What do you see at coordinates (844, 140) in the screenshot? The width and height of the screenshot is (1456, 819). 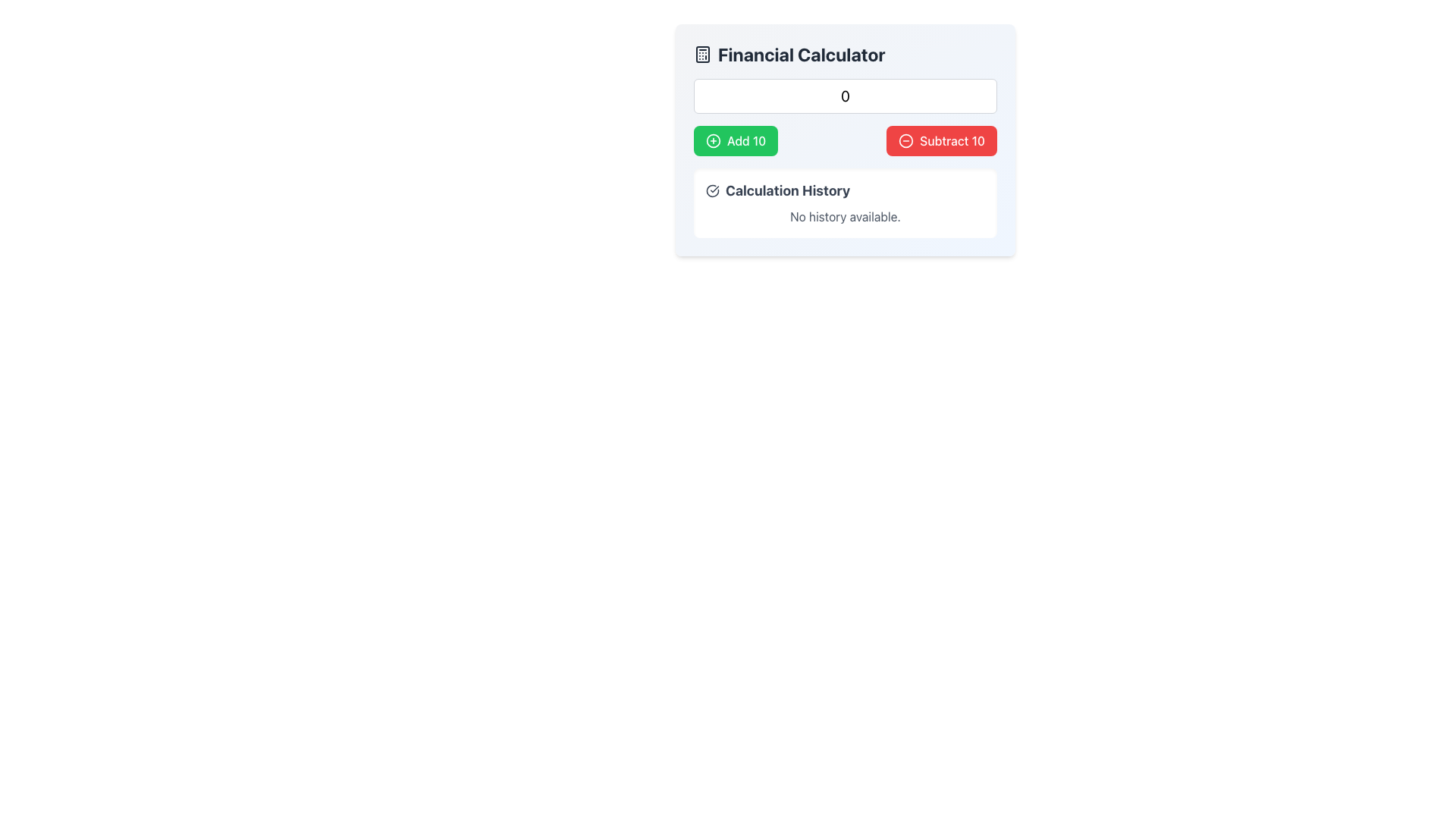 I see `the 'Subtract 10' button in the button group under the 'Financial Calculator' card to decrease the numerical value in the input field above` at bounding box center [844, 140].